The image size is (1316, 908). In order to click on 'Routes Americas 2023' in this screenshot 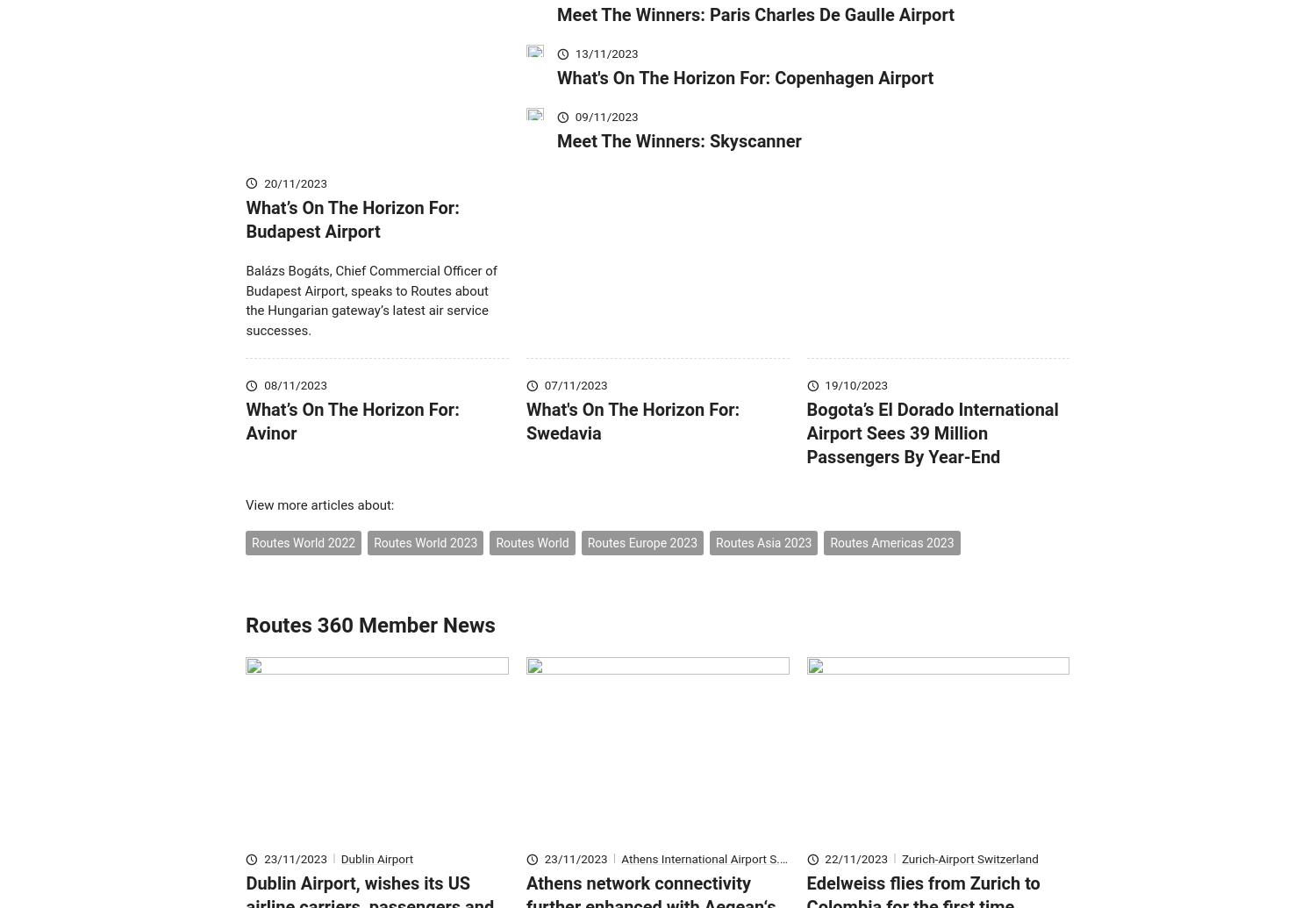, I will do `click(891, 568)`.